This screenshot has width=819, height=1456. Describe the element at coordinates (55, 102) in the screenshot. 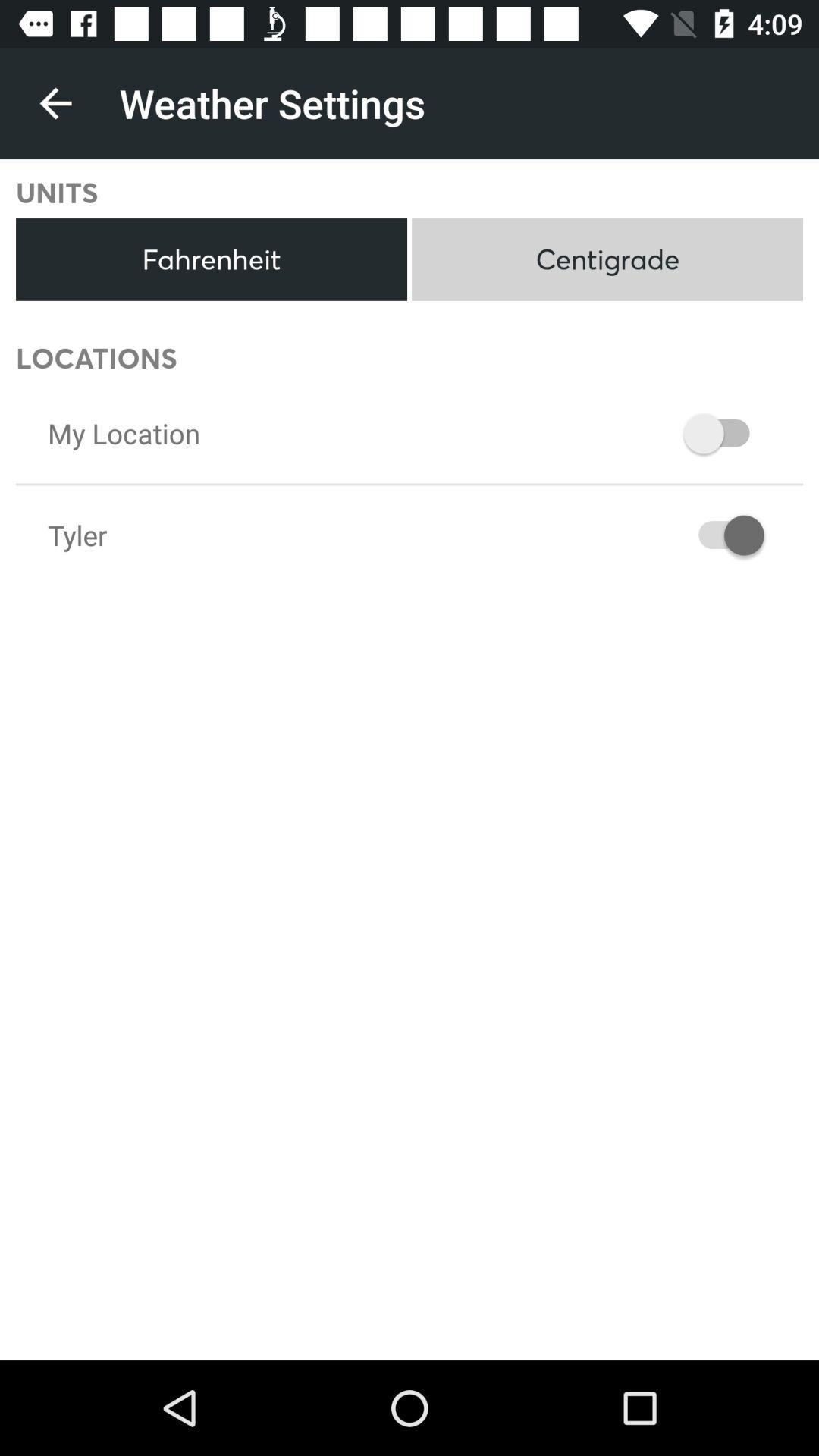

I see `icon above units icon` at that location.